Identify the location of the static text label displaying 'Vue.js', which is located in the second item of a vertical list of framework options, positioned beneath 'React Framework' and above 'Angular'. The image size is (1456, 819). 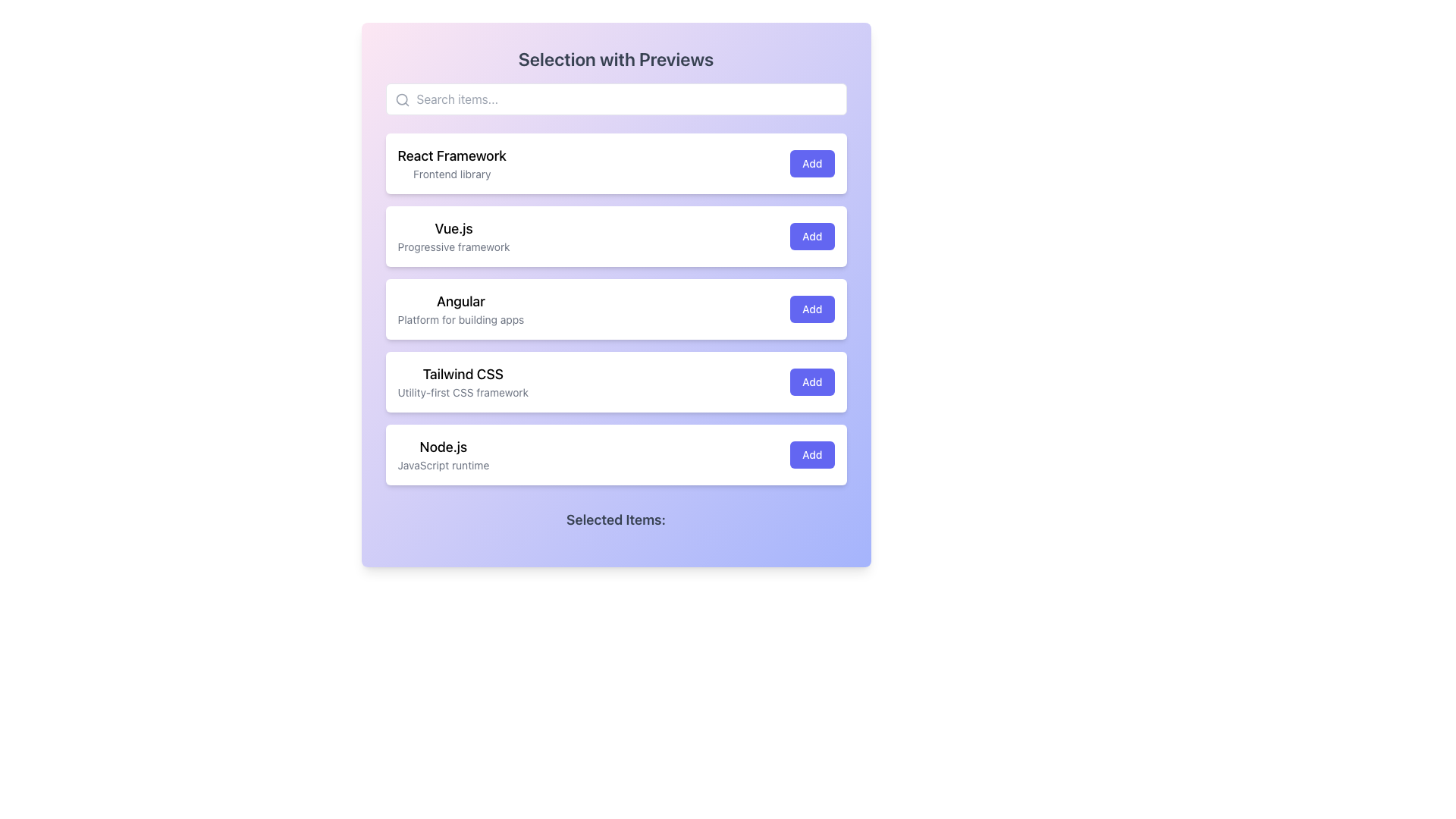
(453, 228).